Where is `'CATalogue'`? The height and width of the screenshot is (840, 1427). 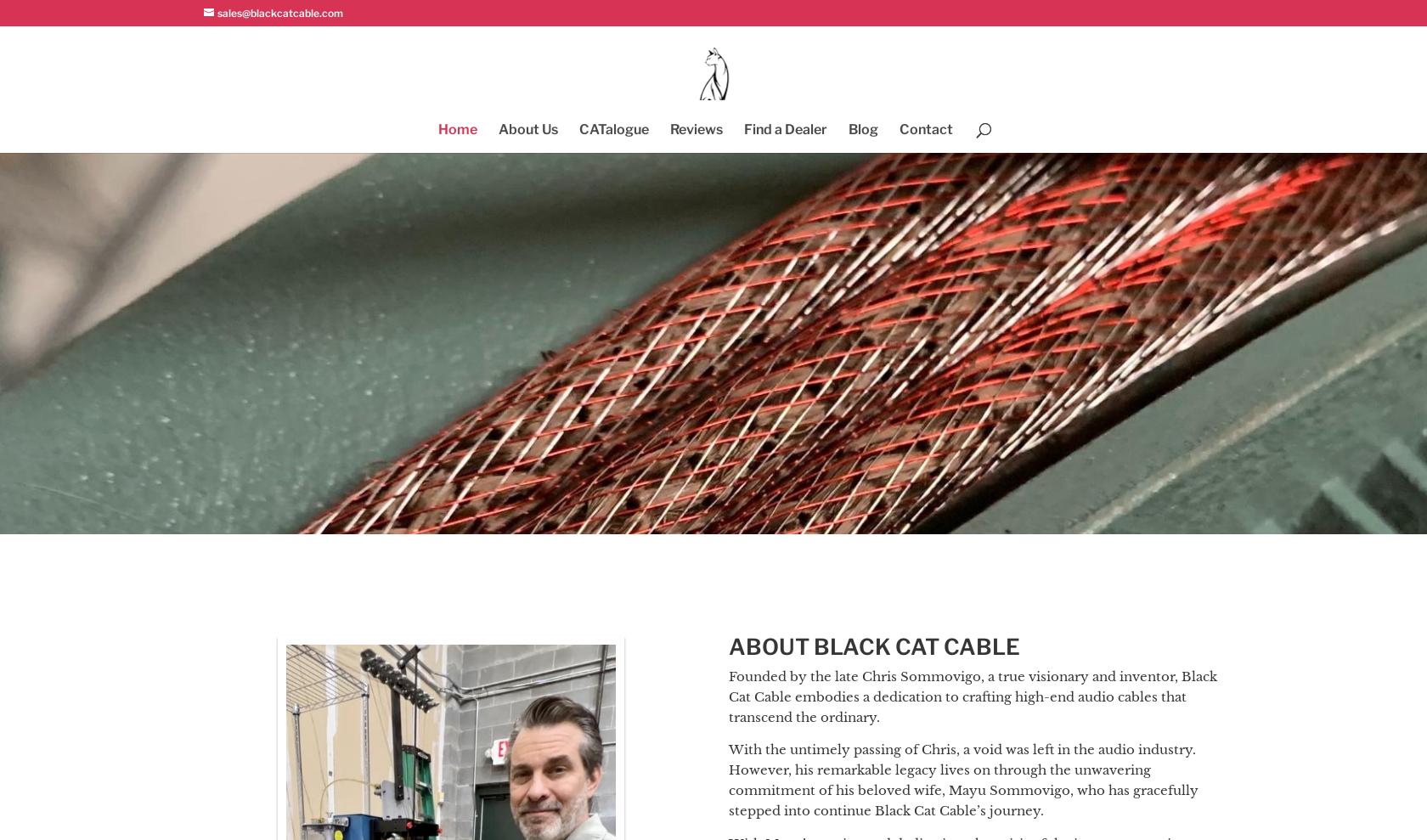 'CATalogue' is located at coordinates (613, 128).